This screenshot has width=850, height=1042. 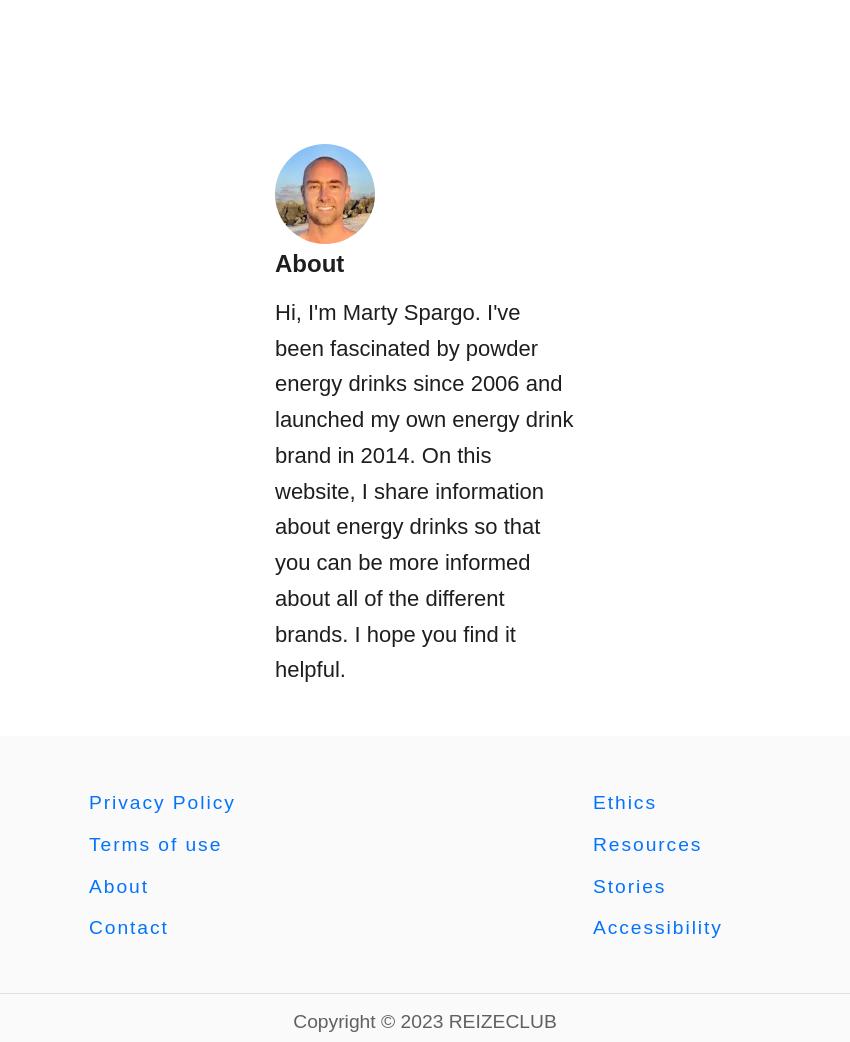 What do you see at coordinates (423, 490) in the screenshot?
I see `'Hi, I'm Marty Spargo. I've been fascinated by powder energy drinks since 2006 and launched my own energy drink brand in 2014. On this website, I share information about energy drinks so that you can be more informed about all of the different brands. I hope you find it helpful.'` at bounding box center [423, 490].